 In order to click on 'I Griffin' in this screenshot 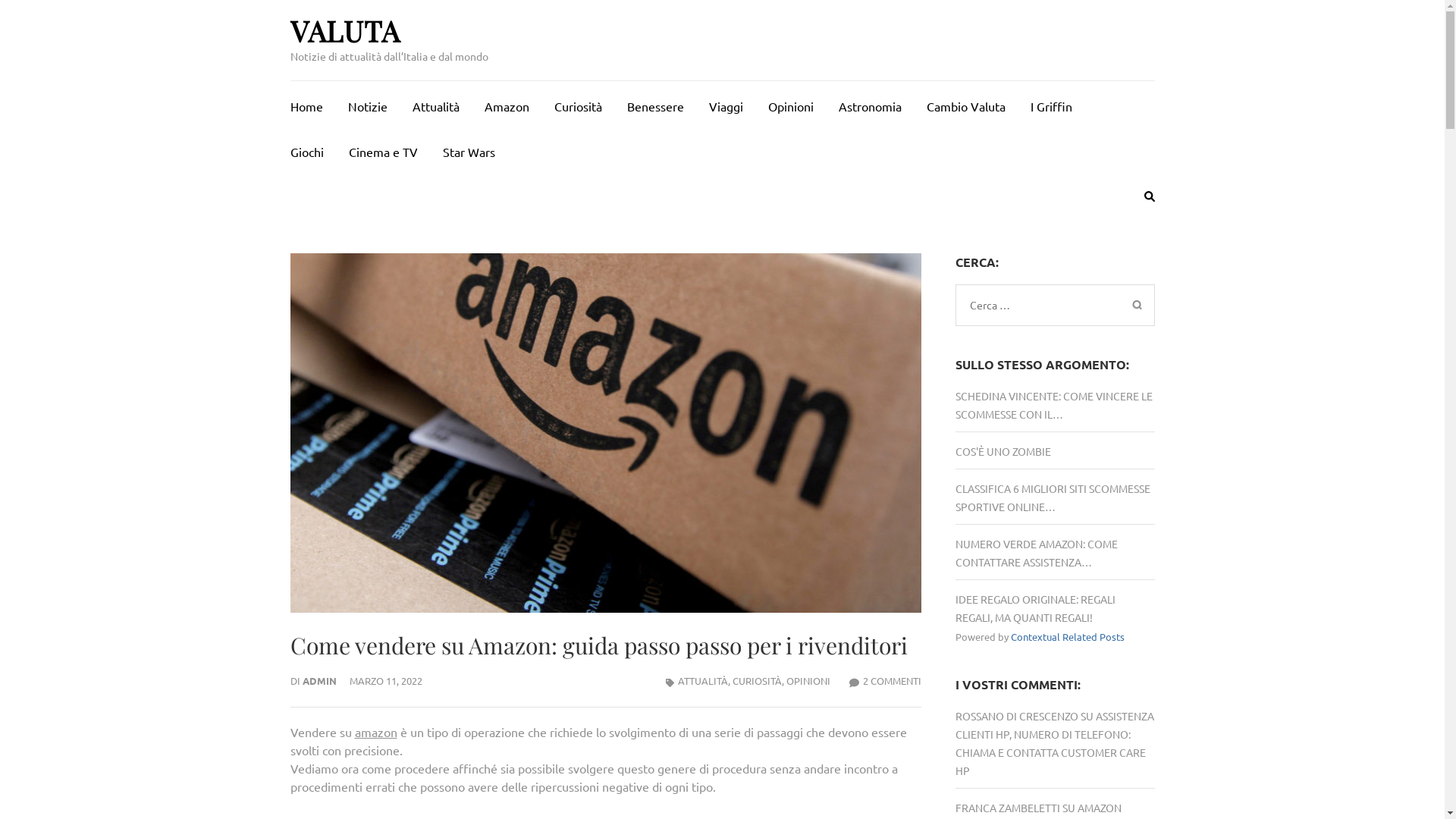, I will do `click(1050, 103)`.